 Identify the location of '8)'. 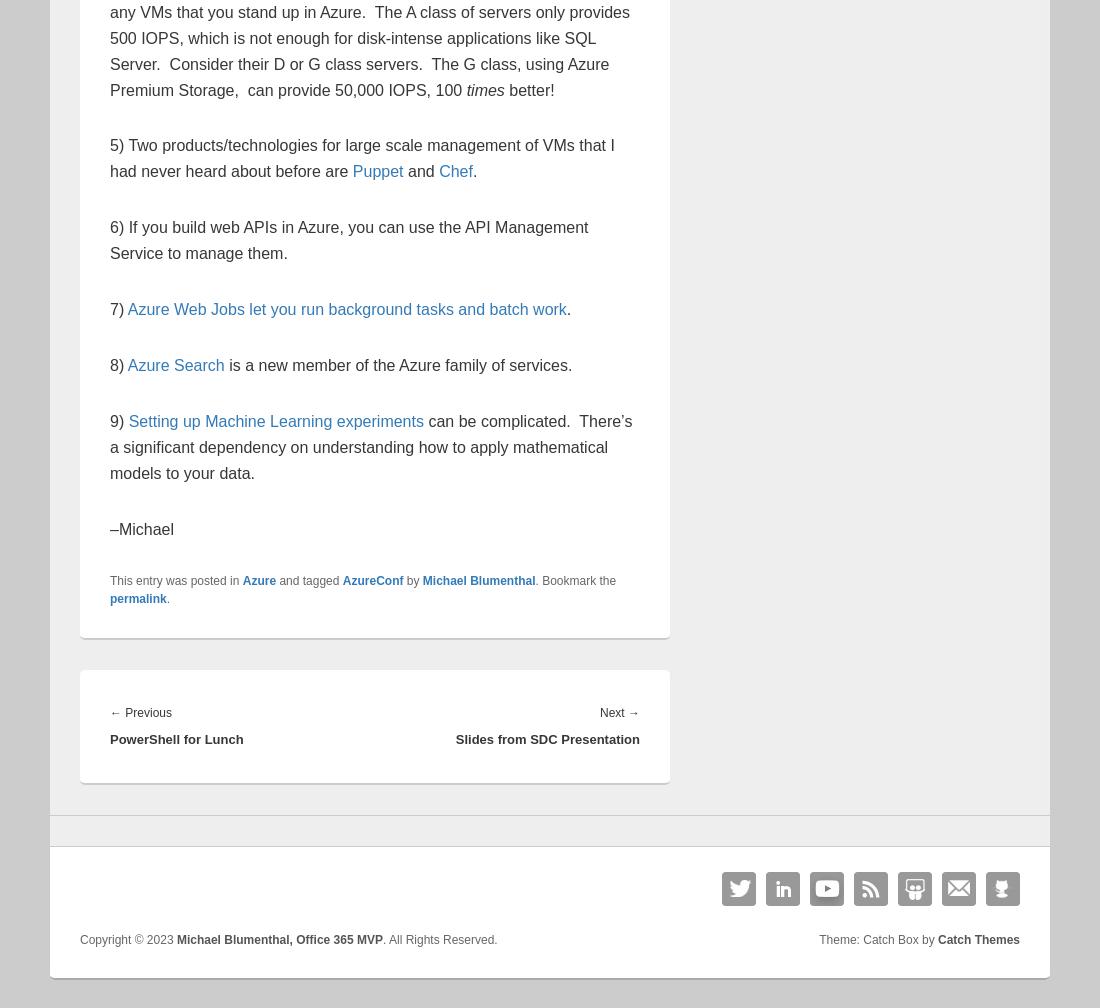
(118, 364).